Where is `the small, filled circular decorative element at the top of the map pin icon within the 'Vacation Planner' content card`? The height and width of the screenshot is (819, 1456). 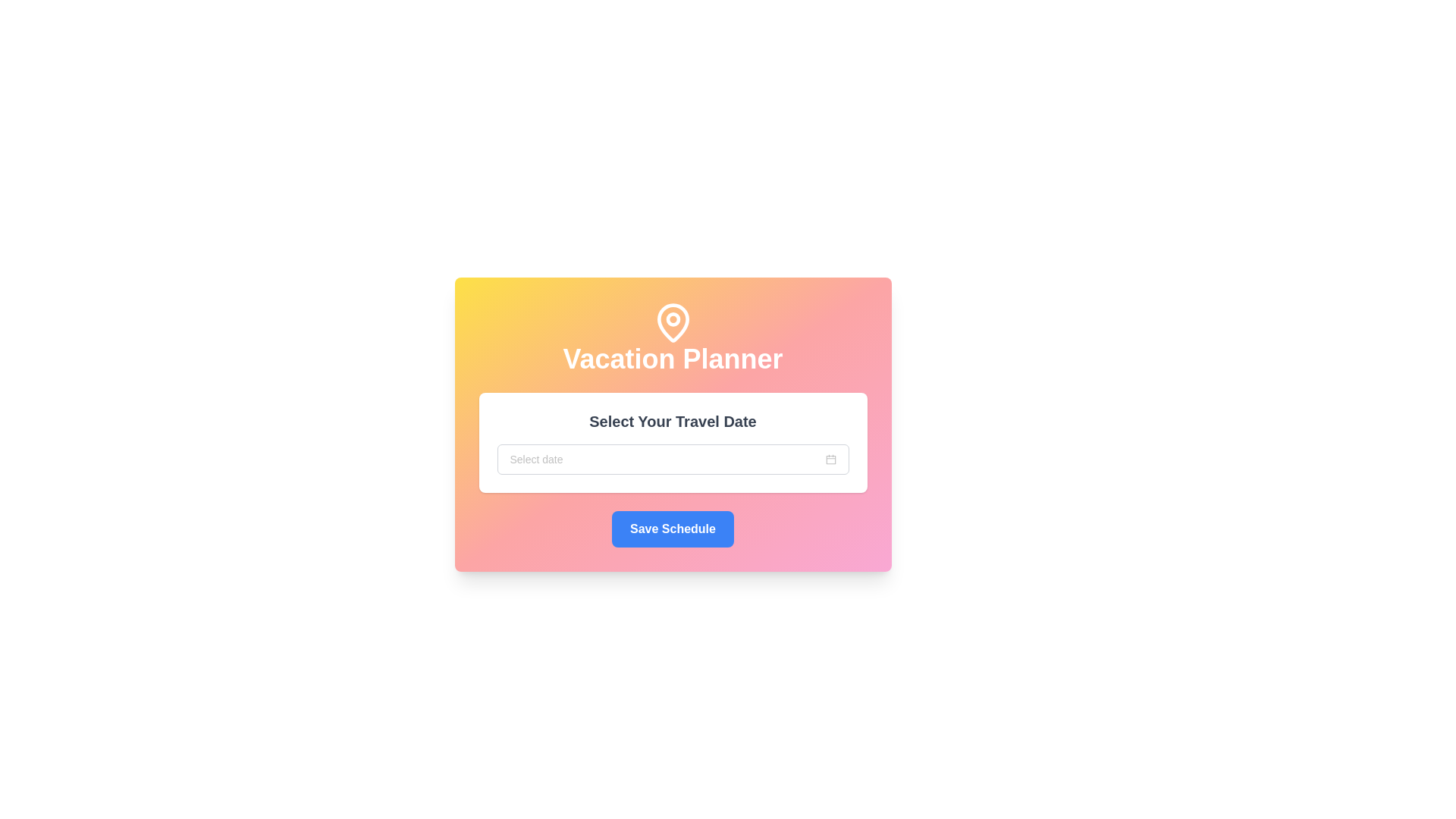
the small, filled circular decorative element at the top of the map pin icon within the 'Vacation Planner' content card is located at coordinates (672, 318).